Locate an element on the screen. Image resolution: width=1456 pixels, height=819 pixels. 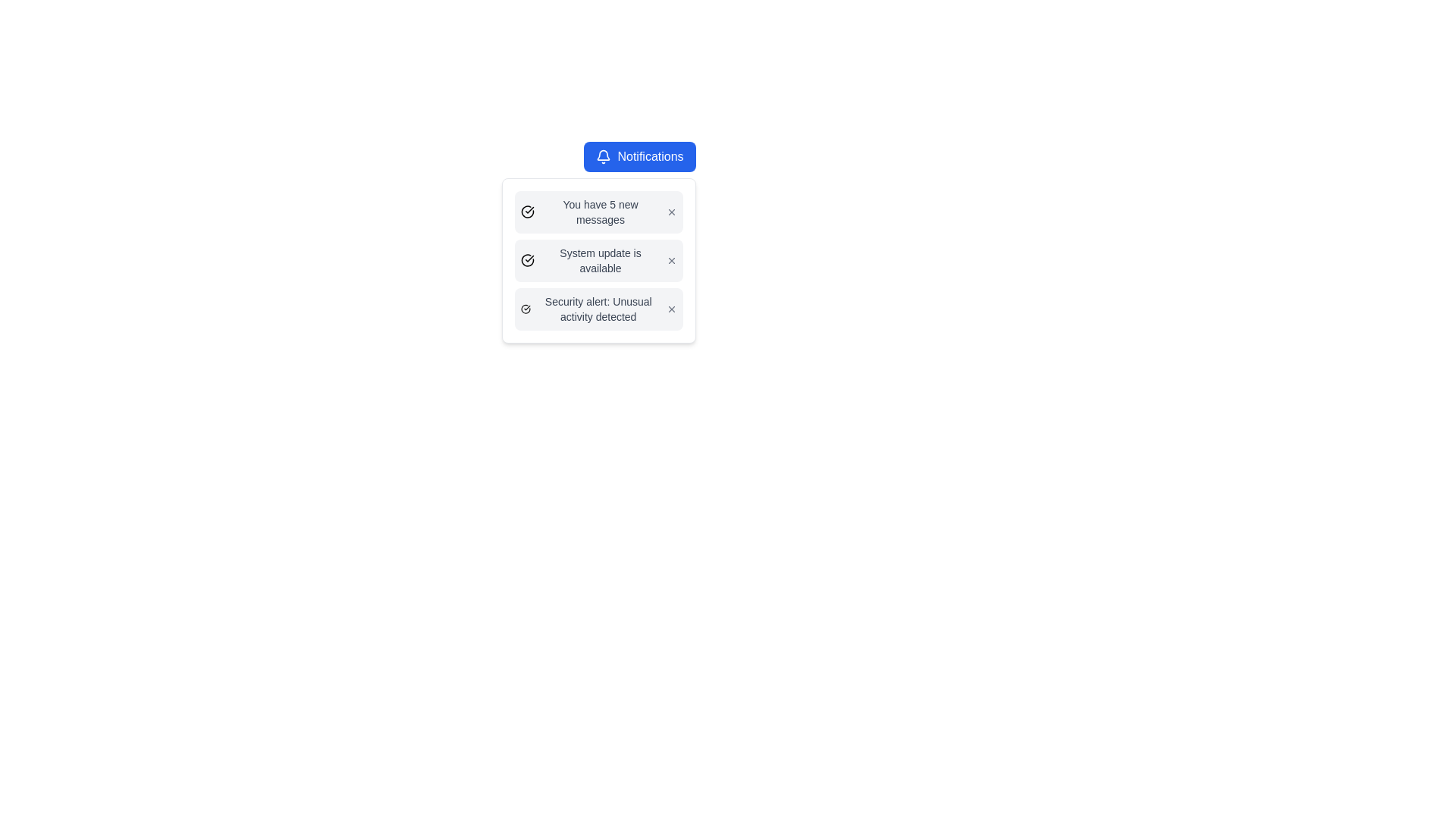
the close button represented by a gray 'x' icon located on the far right of the notification labeled 'Security alert: Unusual activity detected' is located at coordinates (670, 309).